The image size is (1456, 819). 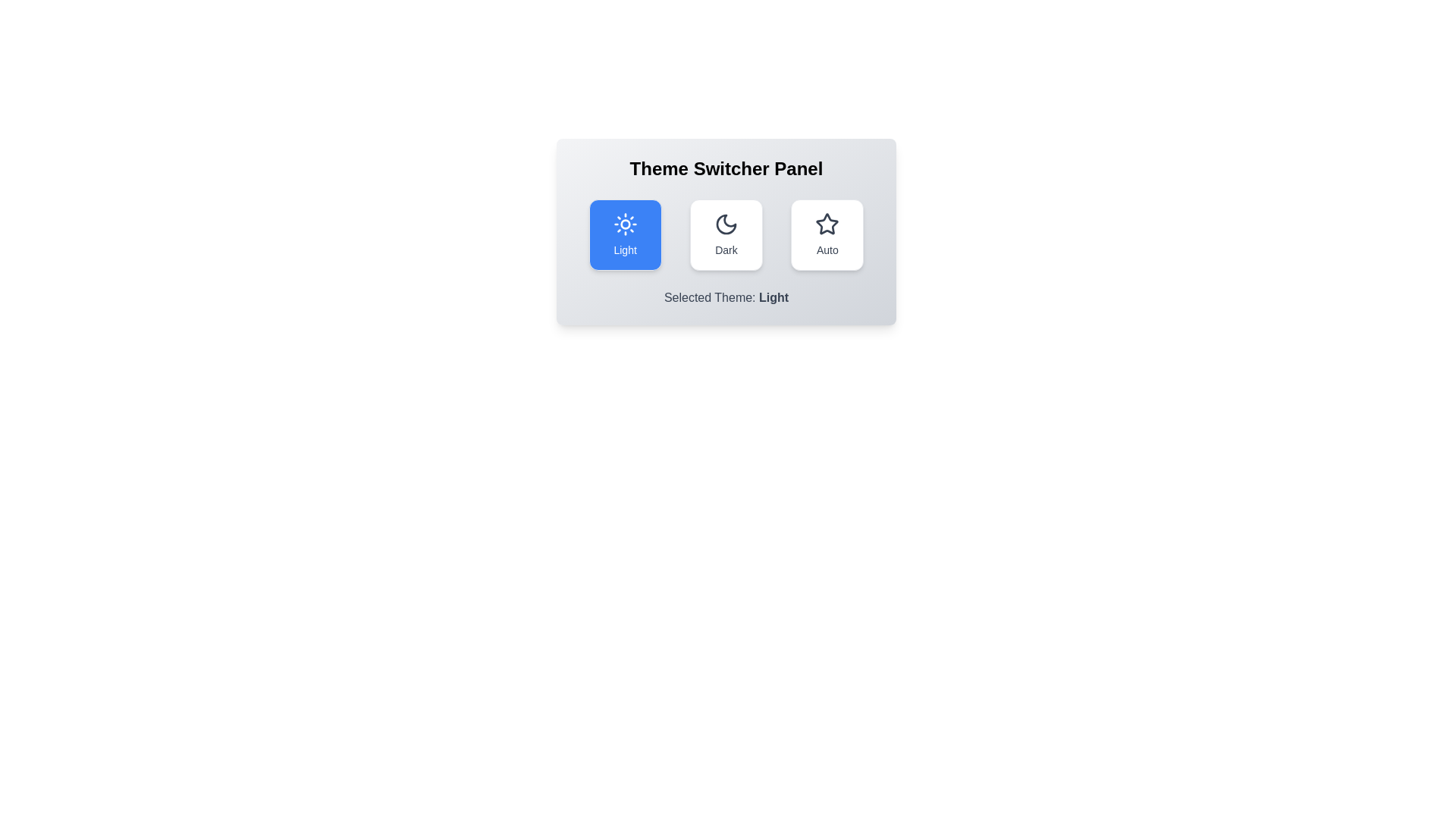 I want to click on the text label displaying 'Selected Theme: Light', which is centrally located at the bottom of the 'Theme Switcher Panel' card layout, so click(x=726, y=298).